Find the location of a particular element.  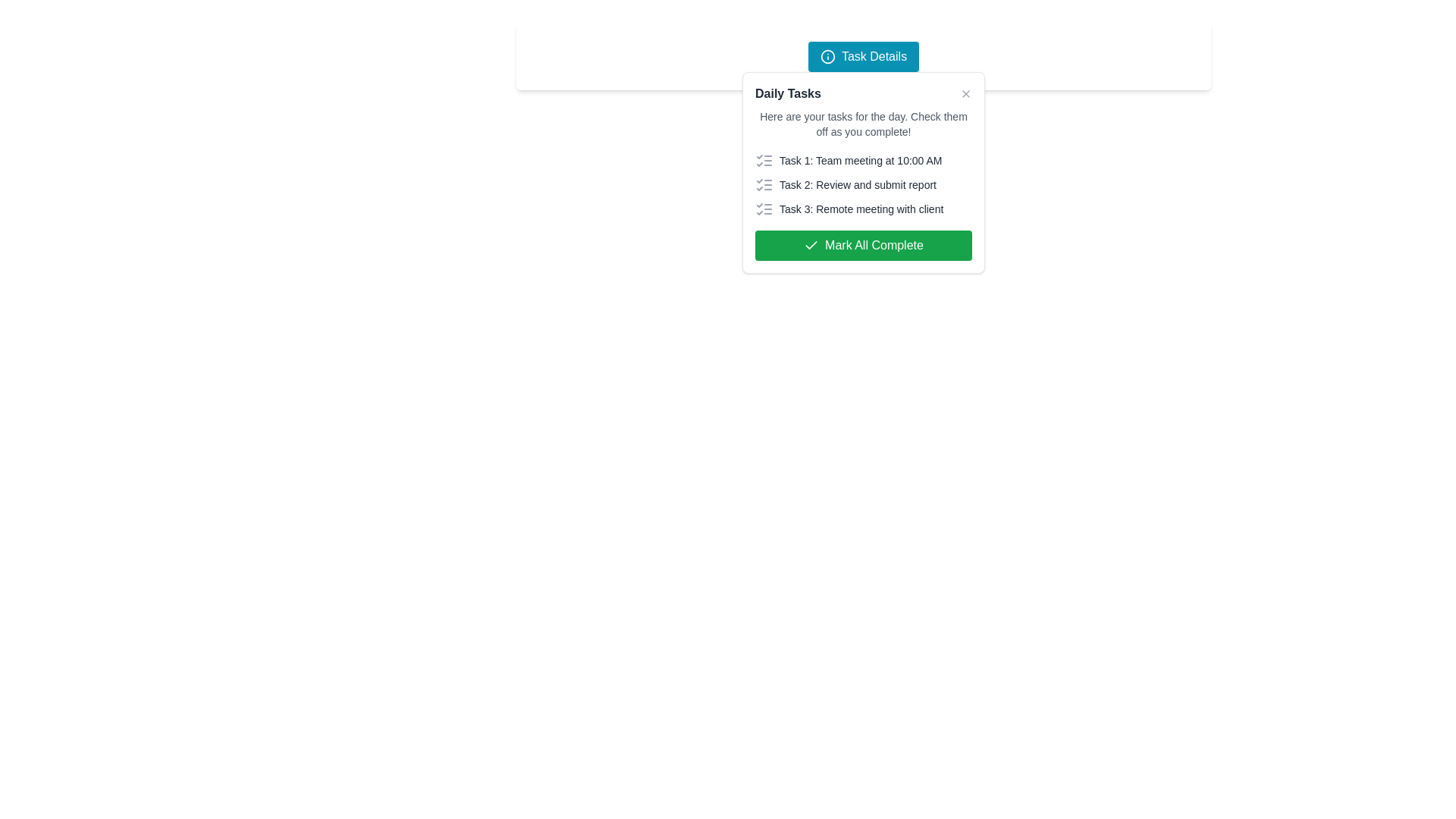

the first circular graphical element with a blue outer rim and a white center located next to the 'Task Details' button is located at coordinates (827, 55).